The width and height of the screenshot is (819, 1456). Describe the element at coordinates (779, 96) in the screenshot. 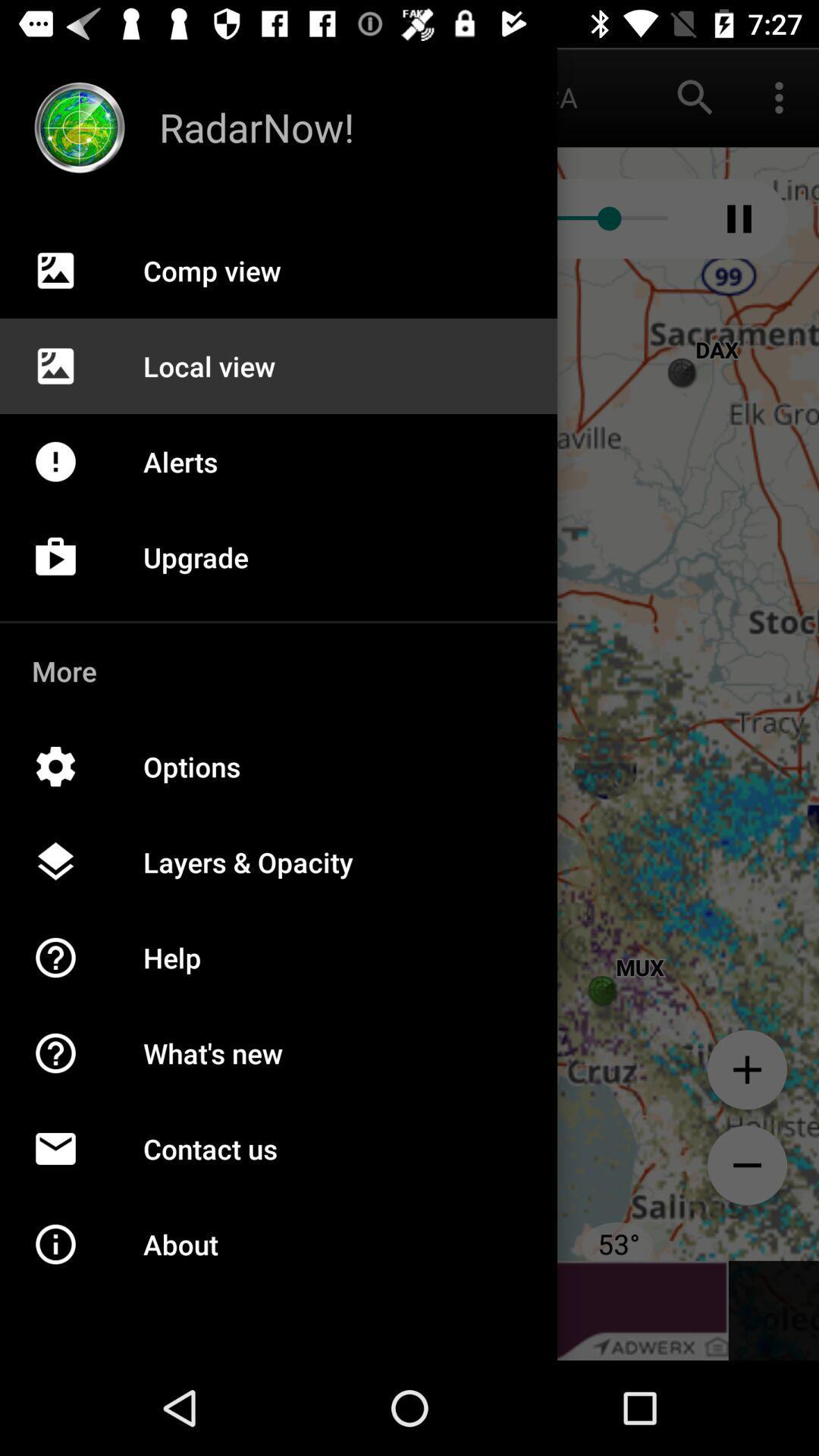

I see `the more icon` at that location.